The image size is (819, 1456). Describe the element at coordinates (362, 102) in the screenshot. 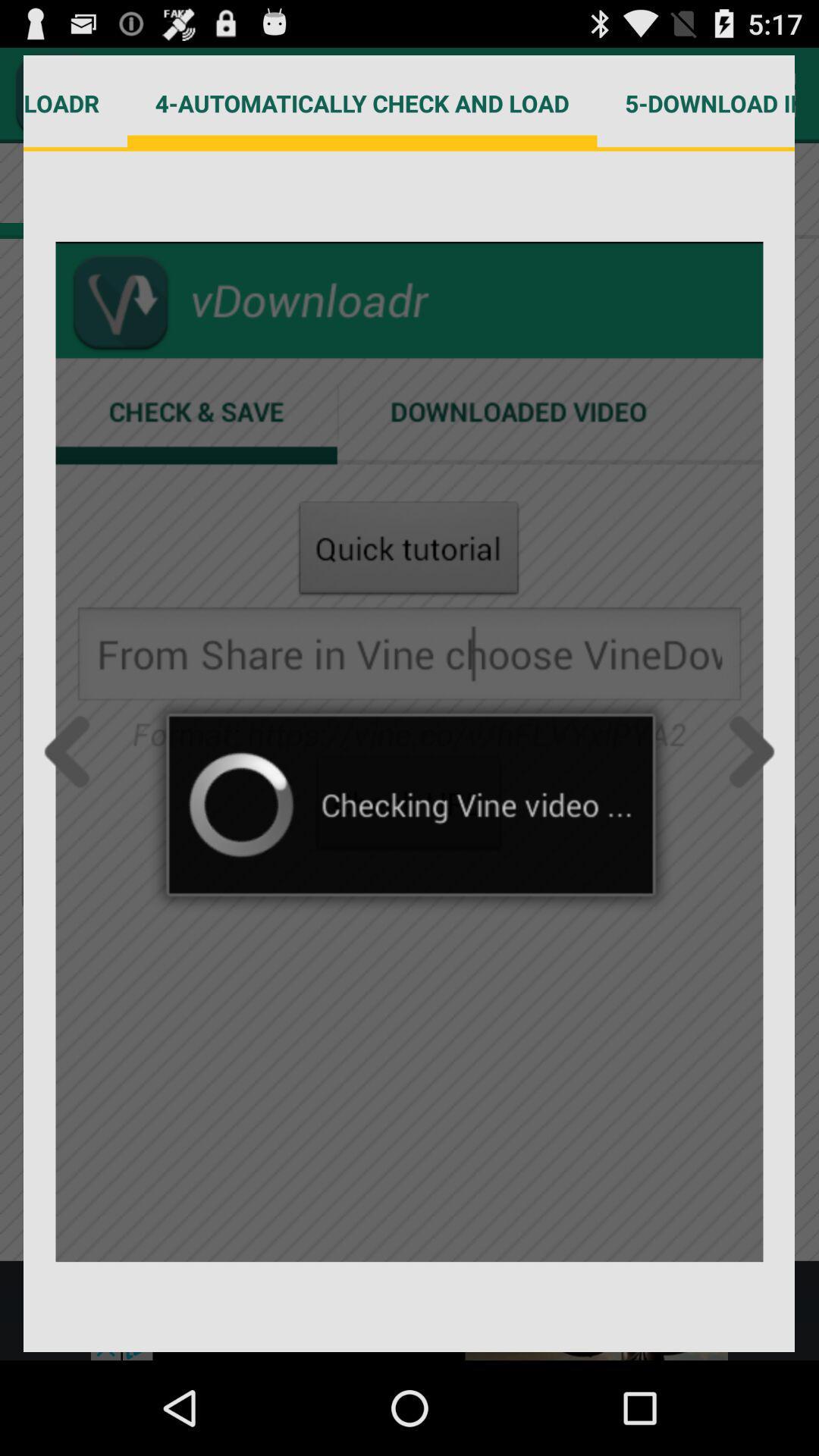

I see `icon to the left of the 5 download in app` at that location.